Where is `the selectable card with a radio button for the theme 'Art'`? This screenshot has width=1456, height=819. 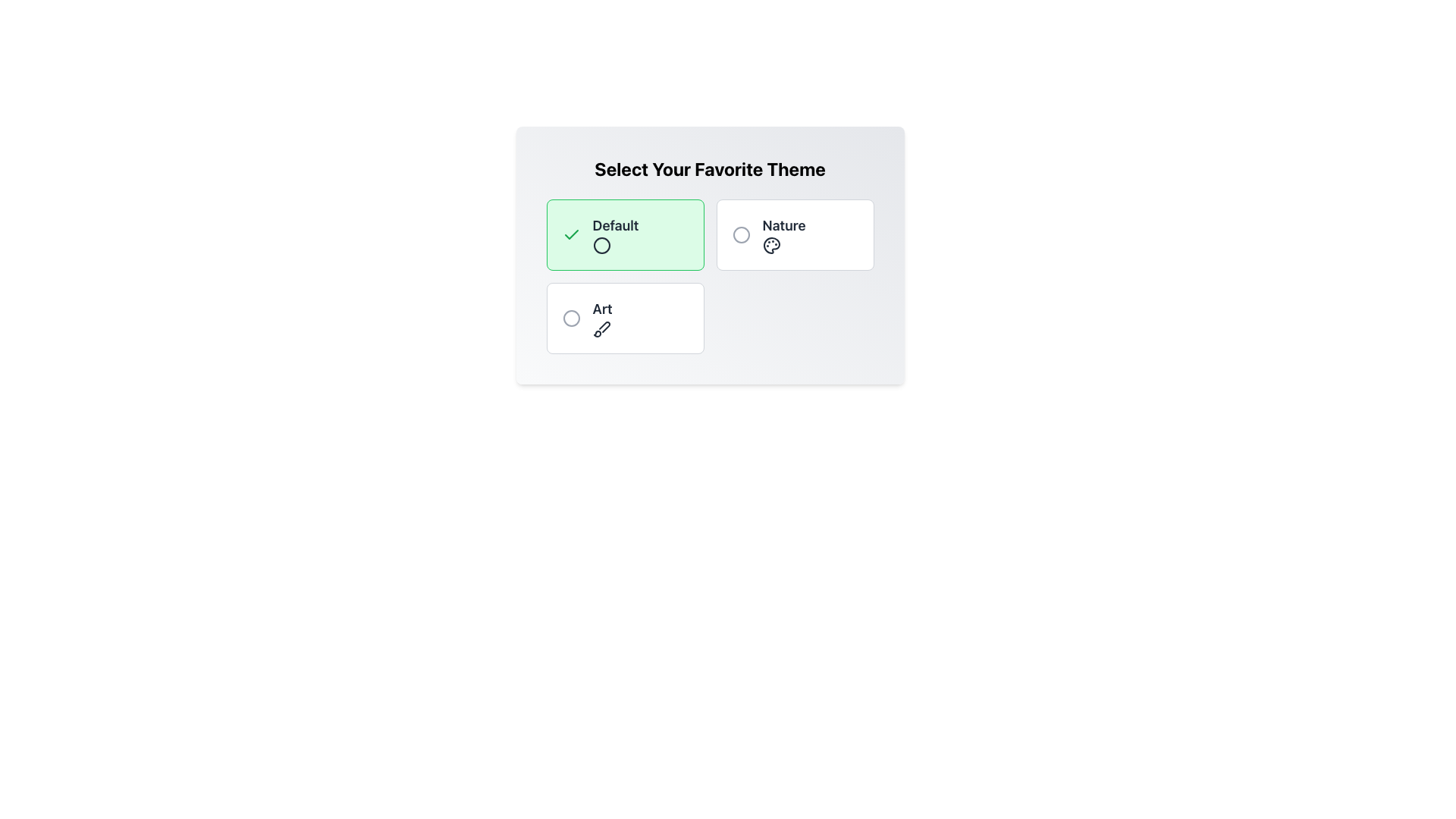 the selectable card with a radio button for the theme 'Art' is located at coordinates (625, 318).